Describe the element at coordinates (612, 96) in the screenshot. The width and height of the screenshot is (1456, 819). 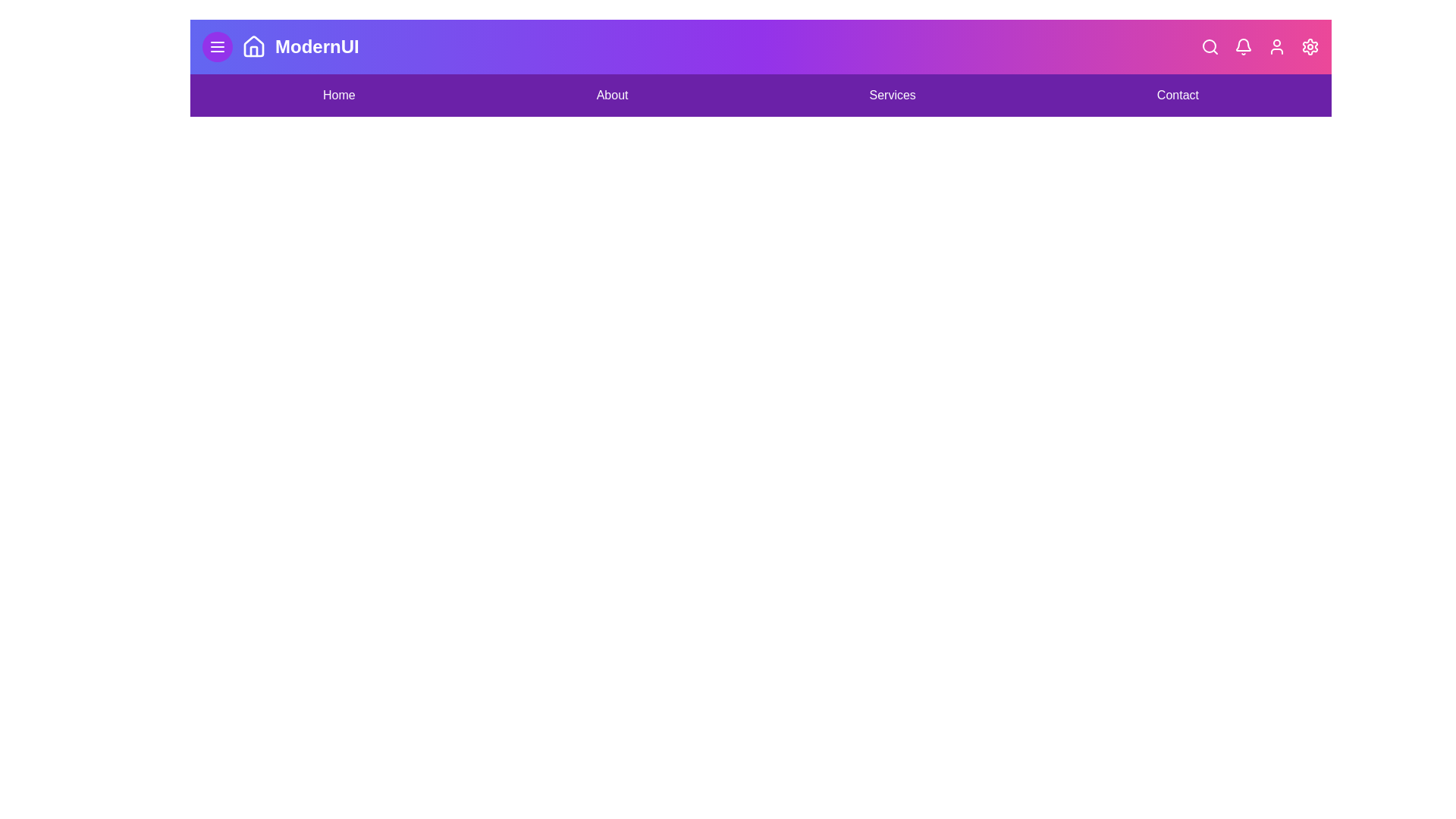
I see `the navigation link labeled About to navigate to the corresponding section` at that location.